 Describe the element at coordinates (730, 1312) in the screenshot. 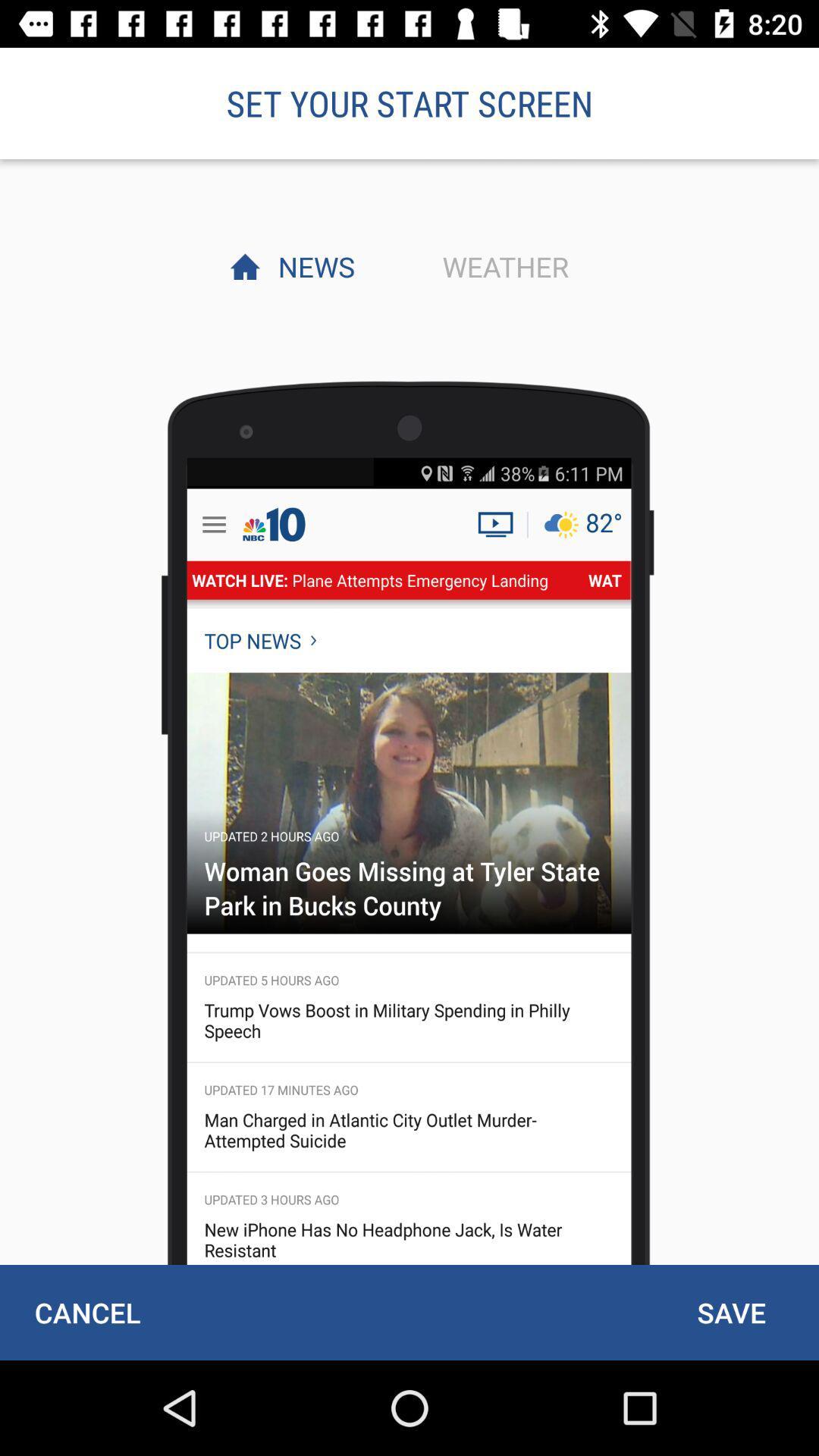

I see `save item` at that location.